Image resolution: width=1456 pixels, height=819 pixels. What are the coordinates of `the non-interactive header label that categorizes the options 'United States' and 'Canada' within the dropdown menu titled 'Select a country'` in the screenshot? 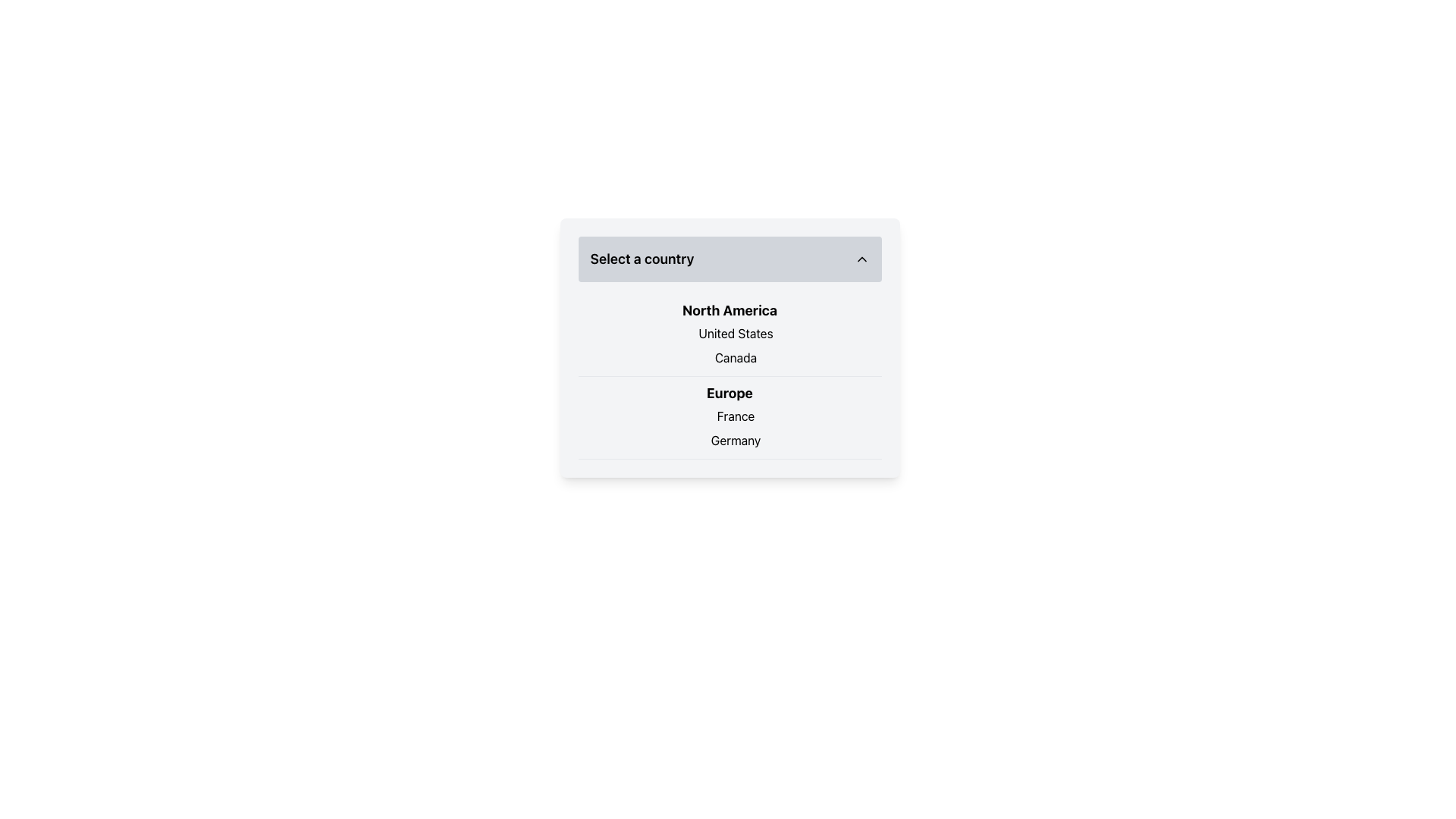 It's located at (730, 309).